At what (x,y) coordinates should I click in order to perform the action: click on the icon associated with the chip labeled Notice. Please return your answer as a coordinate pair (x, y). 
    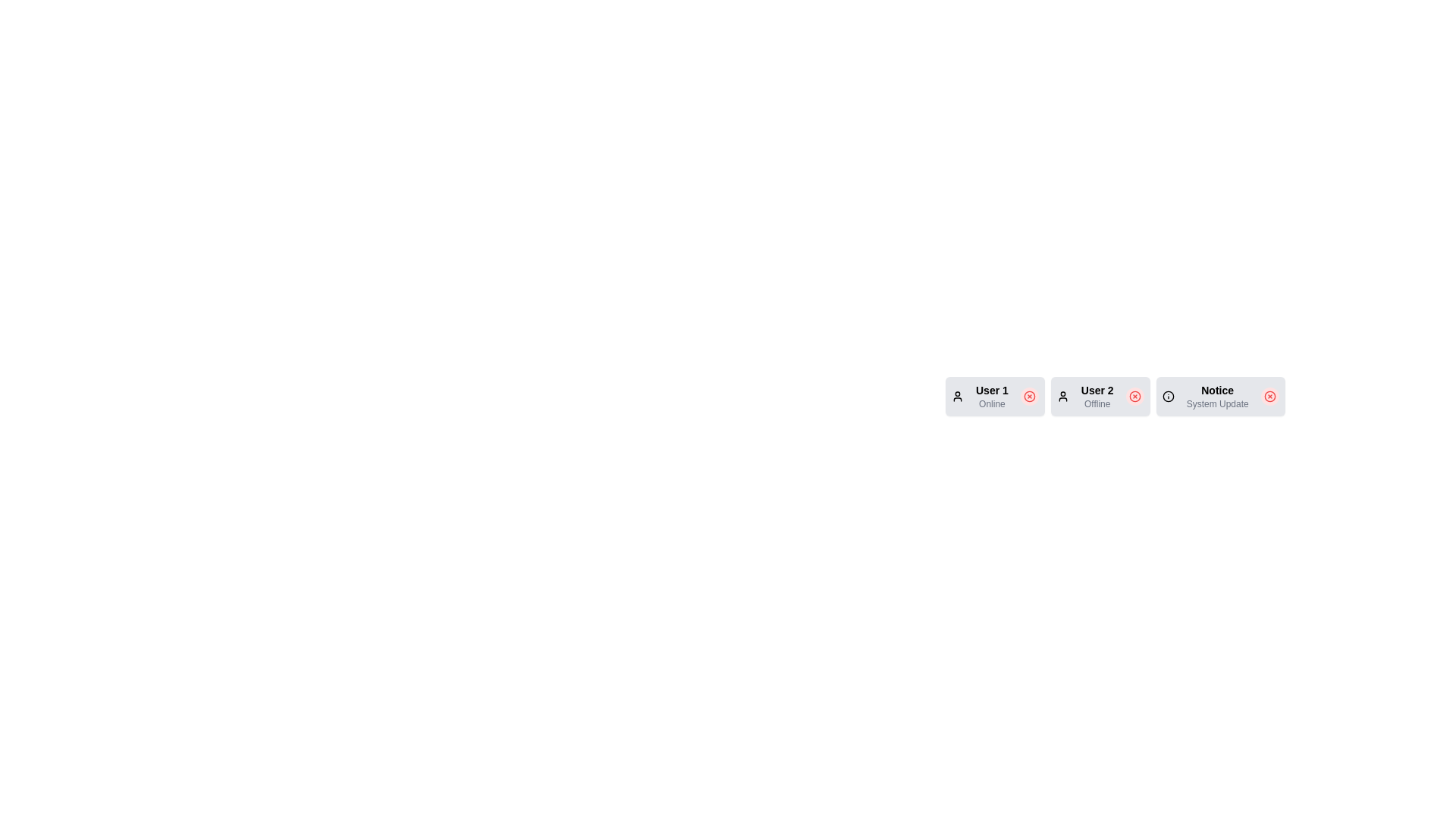
    Looking at the image, I should click on (1167, 396).